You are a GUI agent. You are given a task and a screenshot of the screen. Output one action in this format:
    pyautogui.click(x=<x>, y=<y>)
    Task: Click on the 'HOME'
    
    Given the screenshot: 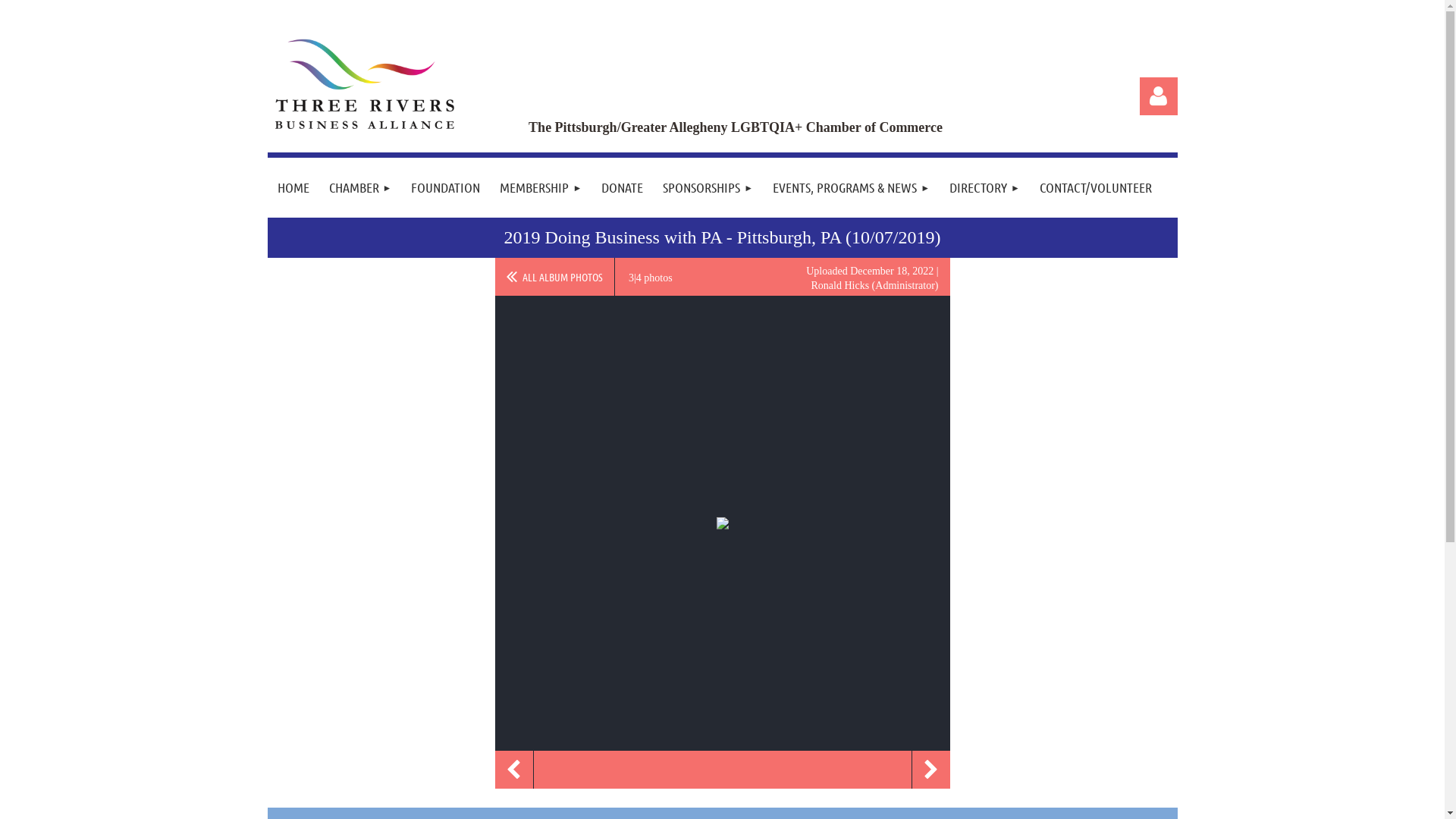 What is the action you would take?
    pyautogui.click(x=292, y=187)
    